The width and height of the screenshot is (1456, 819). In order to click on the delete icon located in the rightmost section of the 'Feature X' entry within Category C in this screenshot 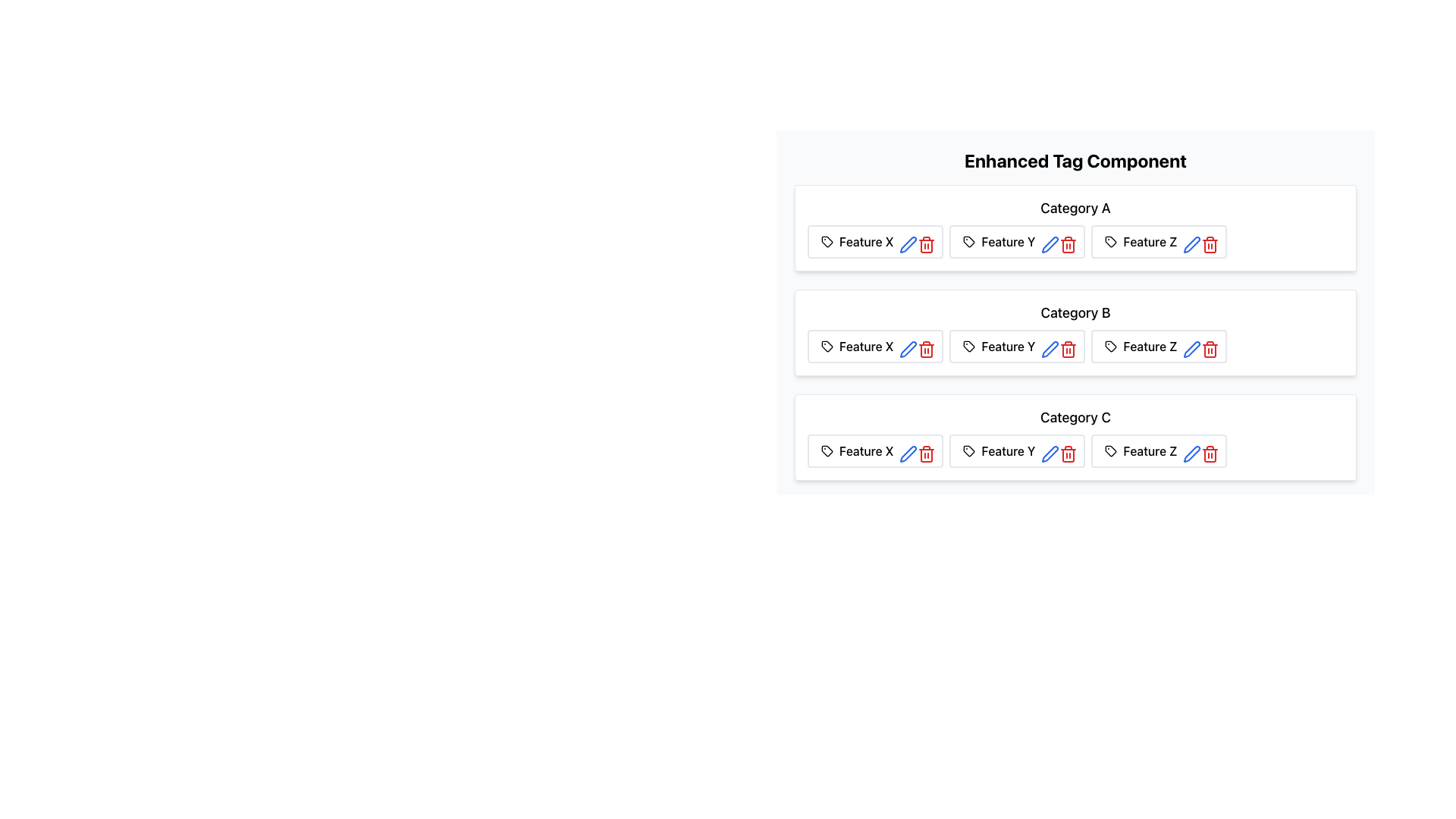, I will do `click(926, 453)`.